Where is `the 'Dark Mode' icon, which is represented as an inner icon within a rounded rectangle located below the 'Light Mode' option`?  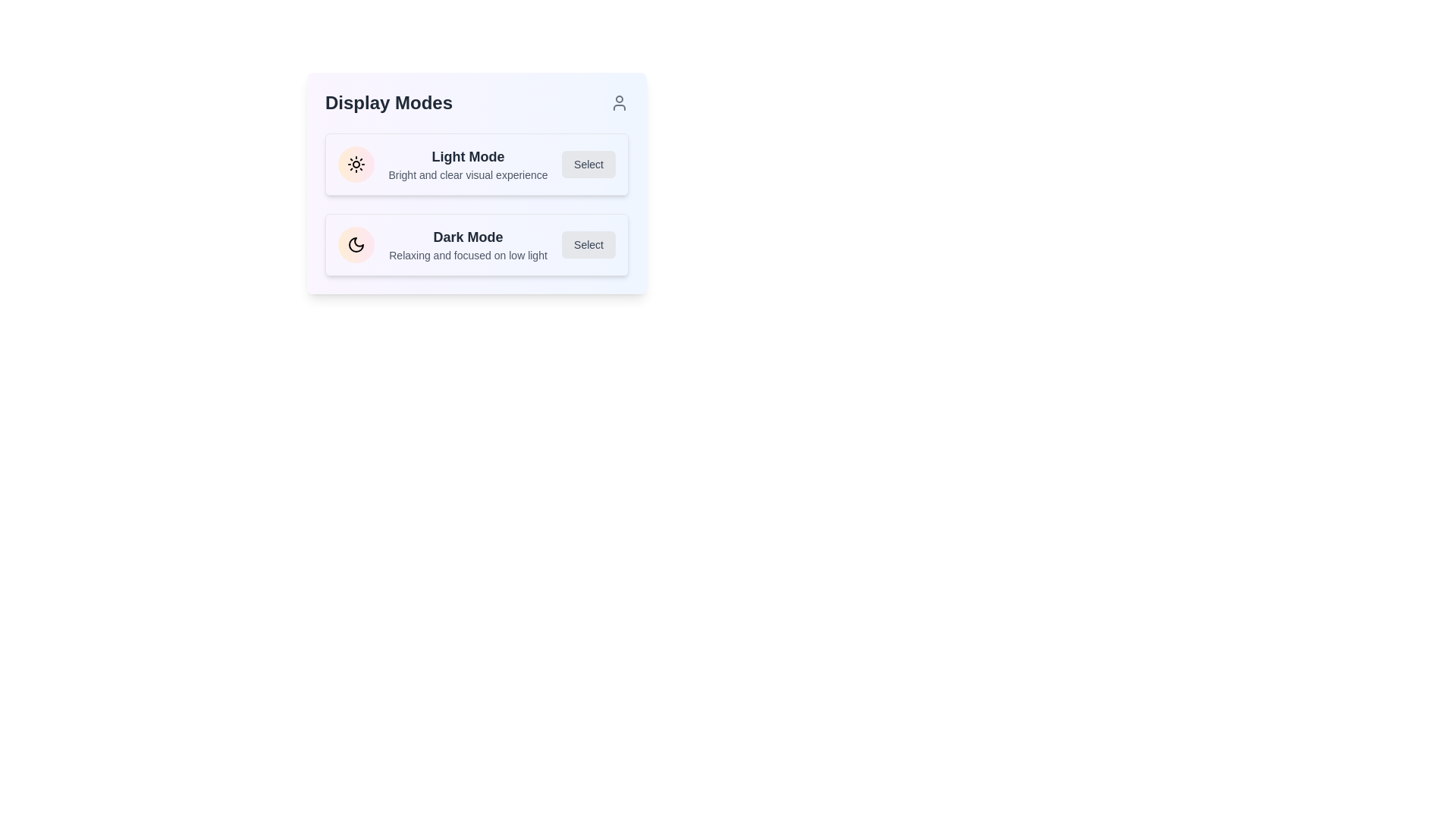 the 'Dark Mode' icon, which is represented as an inner icon within a rounded rectangle located below the 'Light Mode' option is located at coordinates (356, 244).